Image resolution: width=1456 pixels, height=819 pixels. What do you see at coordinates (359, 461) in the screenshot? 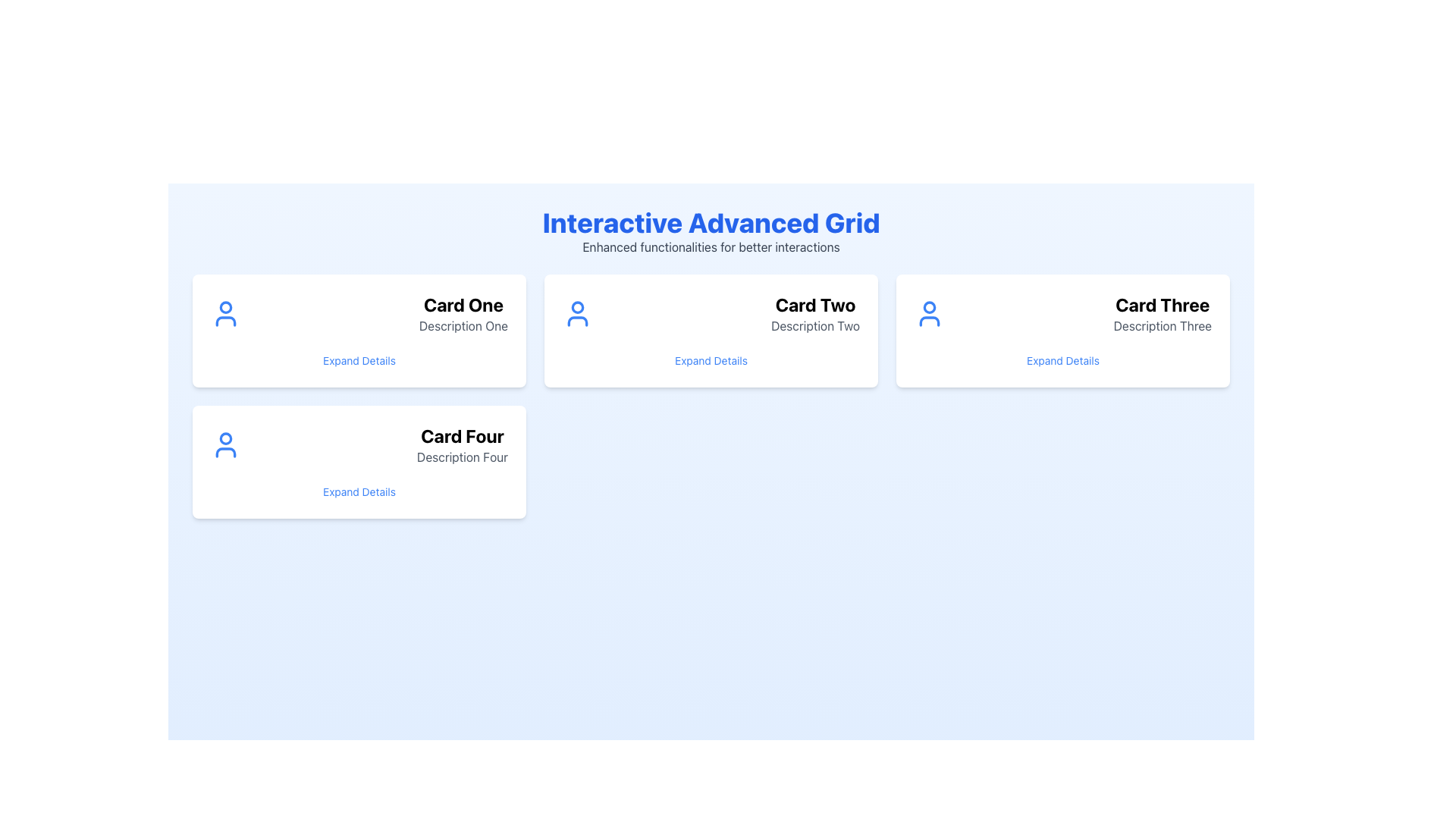
I see `the 'Expand Details' link on the composite card element located in the second row and first column of the grid layout` at bounding box center [359, 461].